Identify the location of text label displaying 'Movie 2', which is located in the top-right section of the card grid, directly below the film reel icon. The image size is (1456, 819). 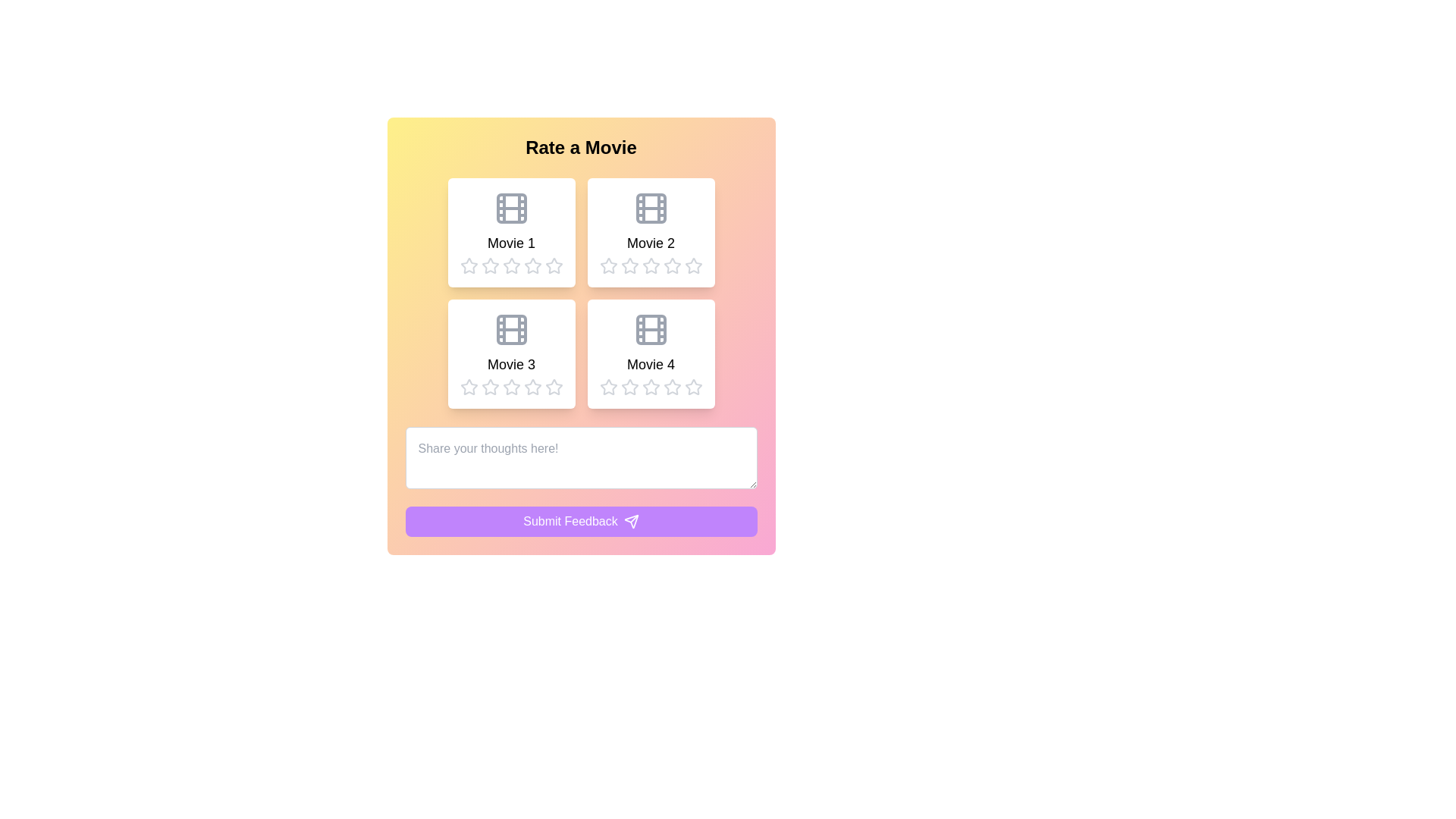
(651, 242).